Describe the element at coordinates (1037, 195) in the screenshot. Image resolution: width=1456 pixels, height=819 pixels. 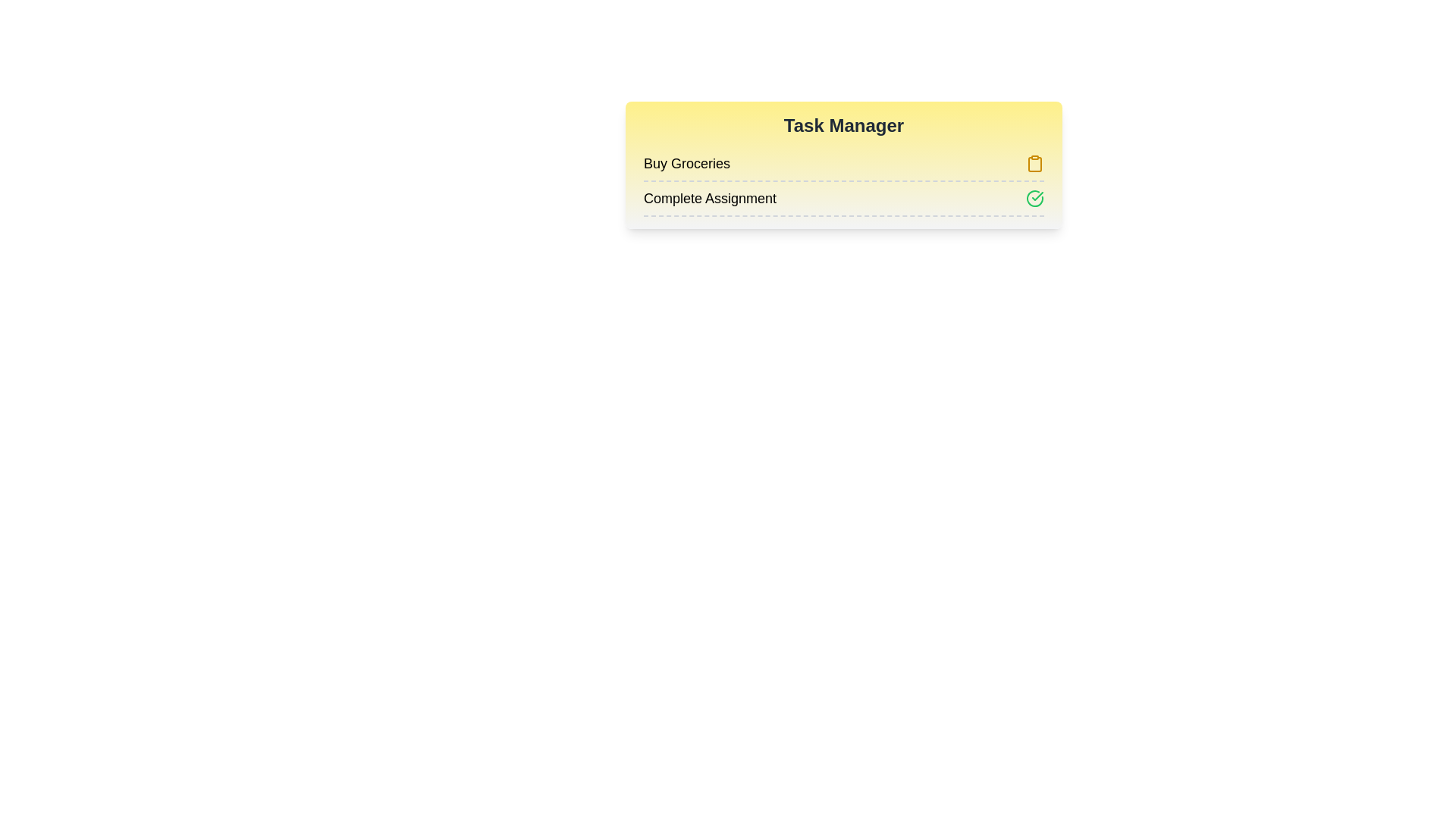
I see `the checkmark icon within a circle that indicates the completion status of the second task labeled 'Complete Assignment' in the Task Manager interface` at that location.